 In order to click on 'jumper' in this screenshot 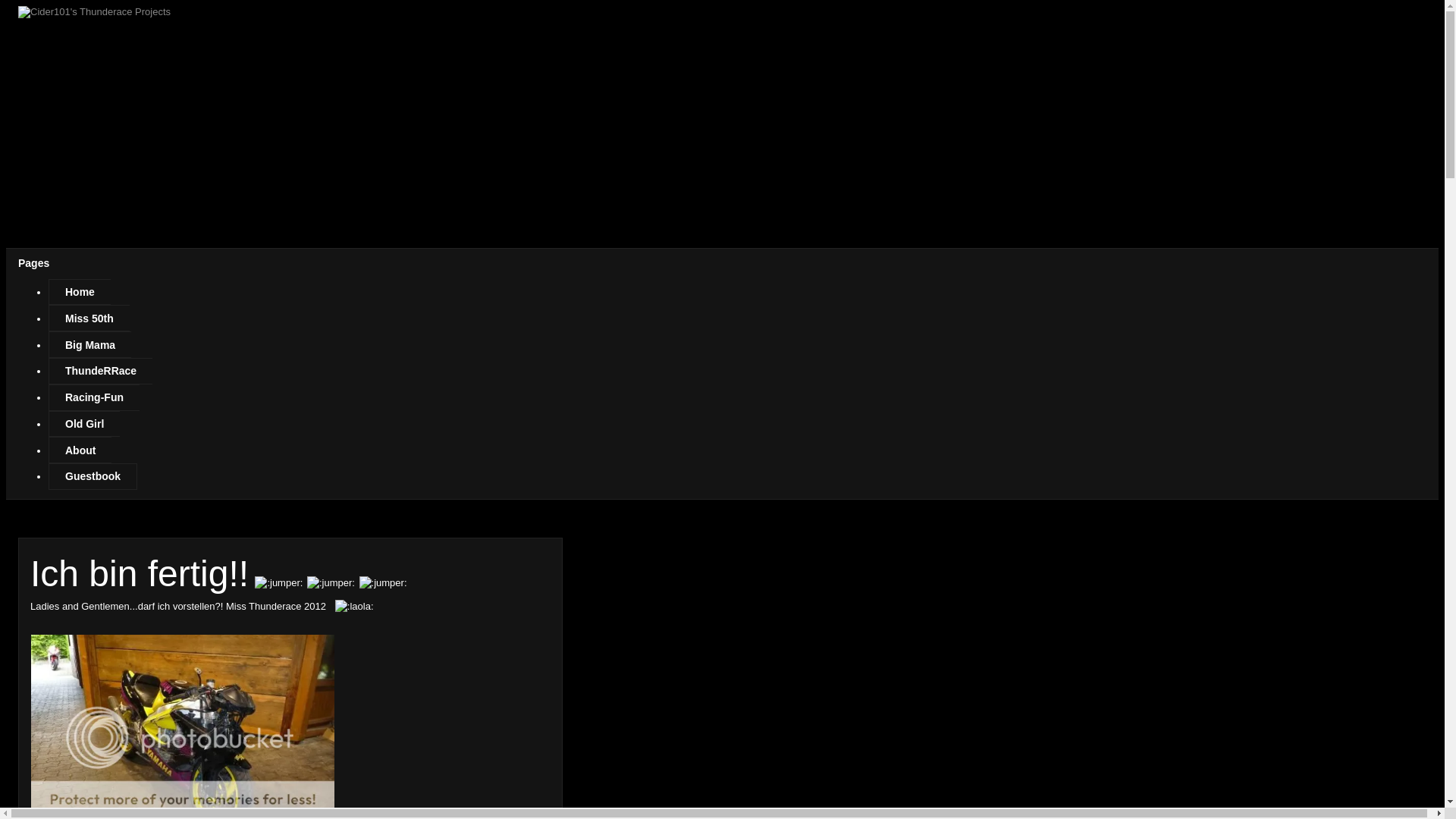, I will do `click(330, 582)`.